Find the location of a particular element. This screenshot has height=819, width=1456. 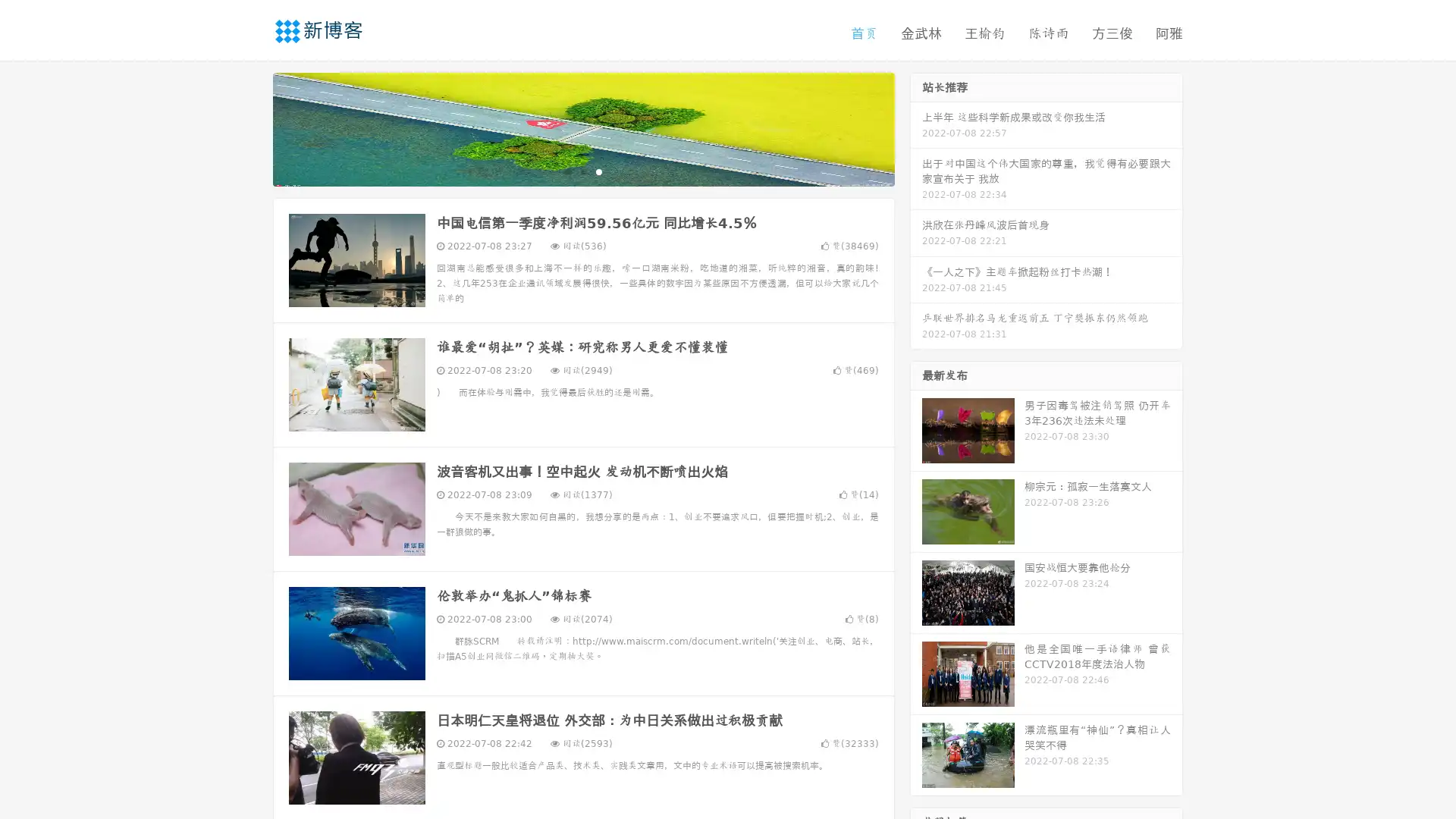

Go to slide 1 is located at coordinates (567, 171).